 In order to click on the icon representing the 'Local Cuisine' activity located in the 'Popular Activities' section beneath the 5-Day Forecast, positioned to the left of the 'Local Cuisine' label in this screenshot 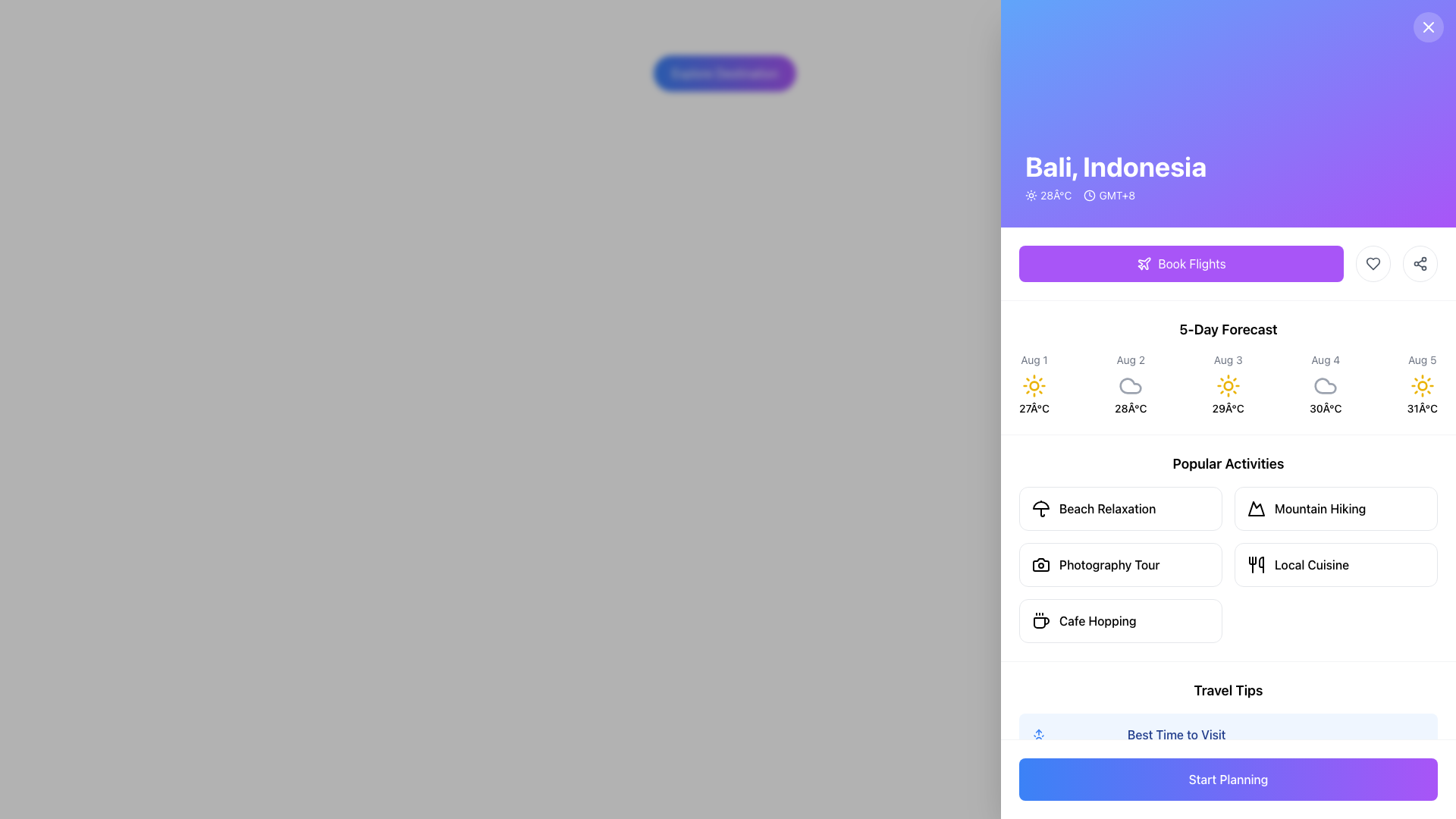, I will do `click(1256, 564)`.